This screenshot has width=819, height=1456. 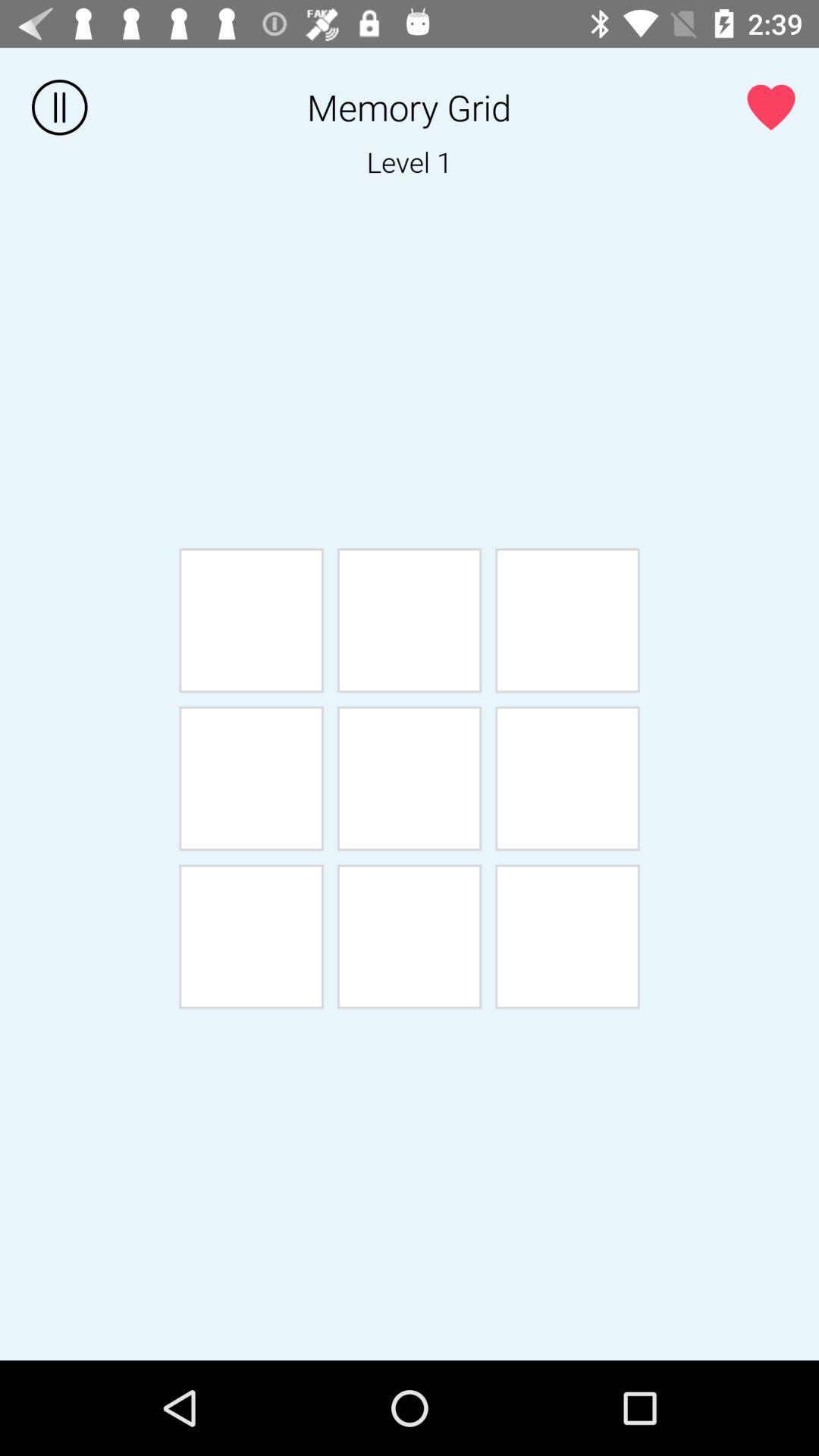 What do you see at coordinates (567, 779) in the screenshot?
I see `the sixth white box` at bounding box center [567, 779].